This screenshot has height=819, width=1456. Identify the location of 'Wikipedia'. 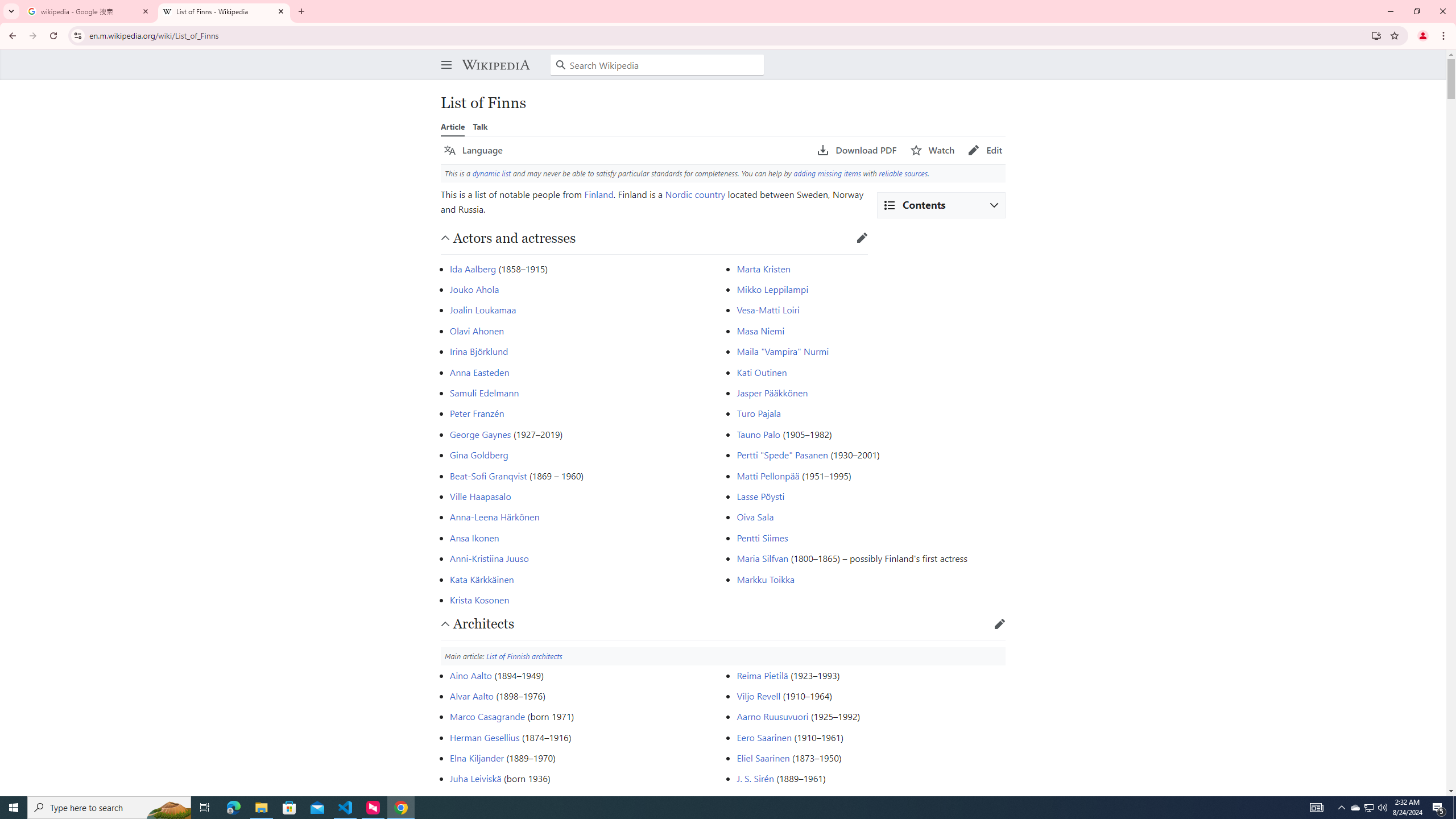
(495, 64).